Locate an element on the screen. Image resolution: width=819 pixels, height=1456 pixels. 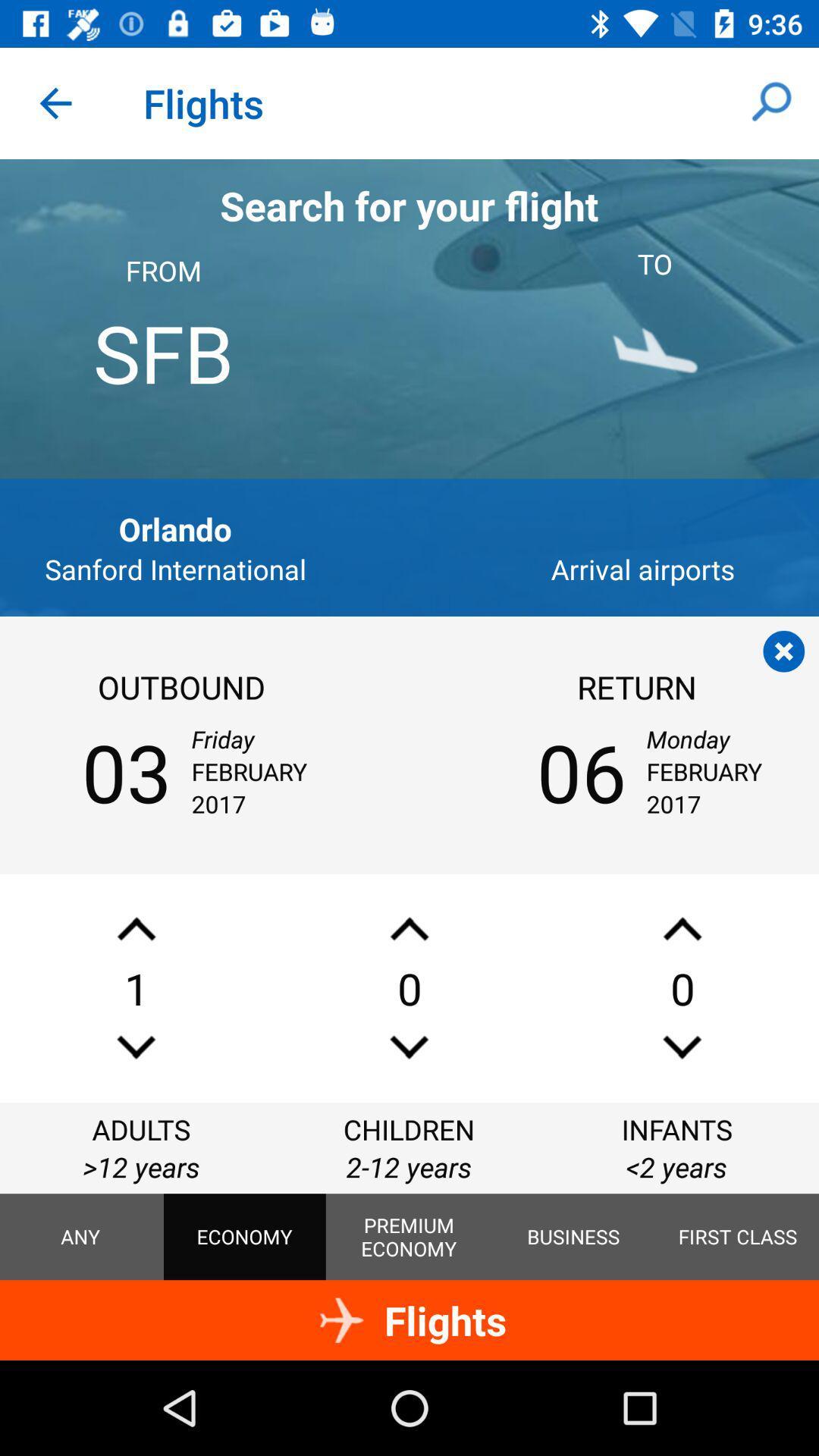
up is located at coordinates (681, 928).